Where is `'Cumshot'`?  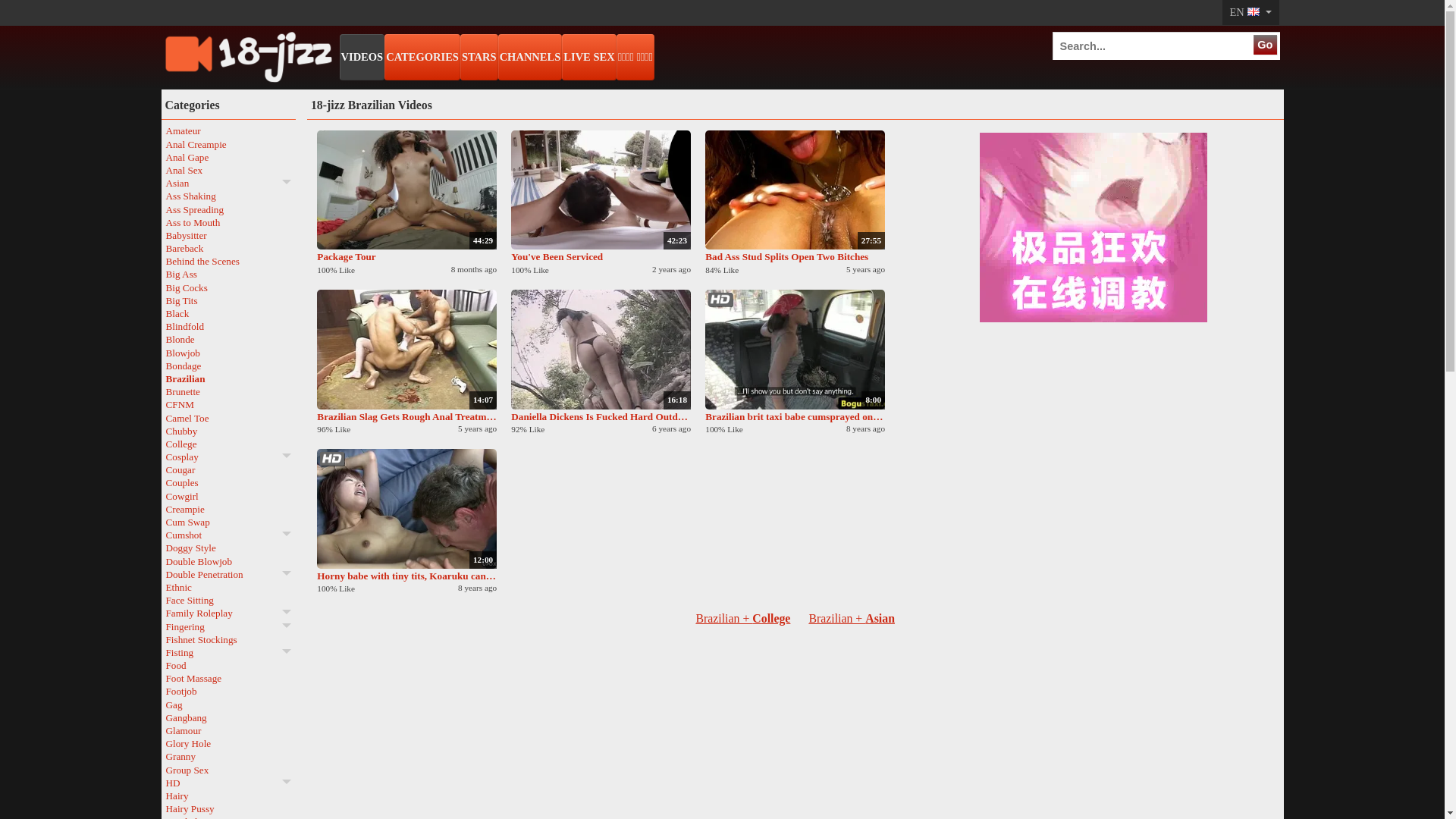 'Cumshot' is located at coordinates (227, 534).